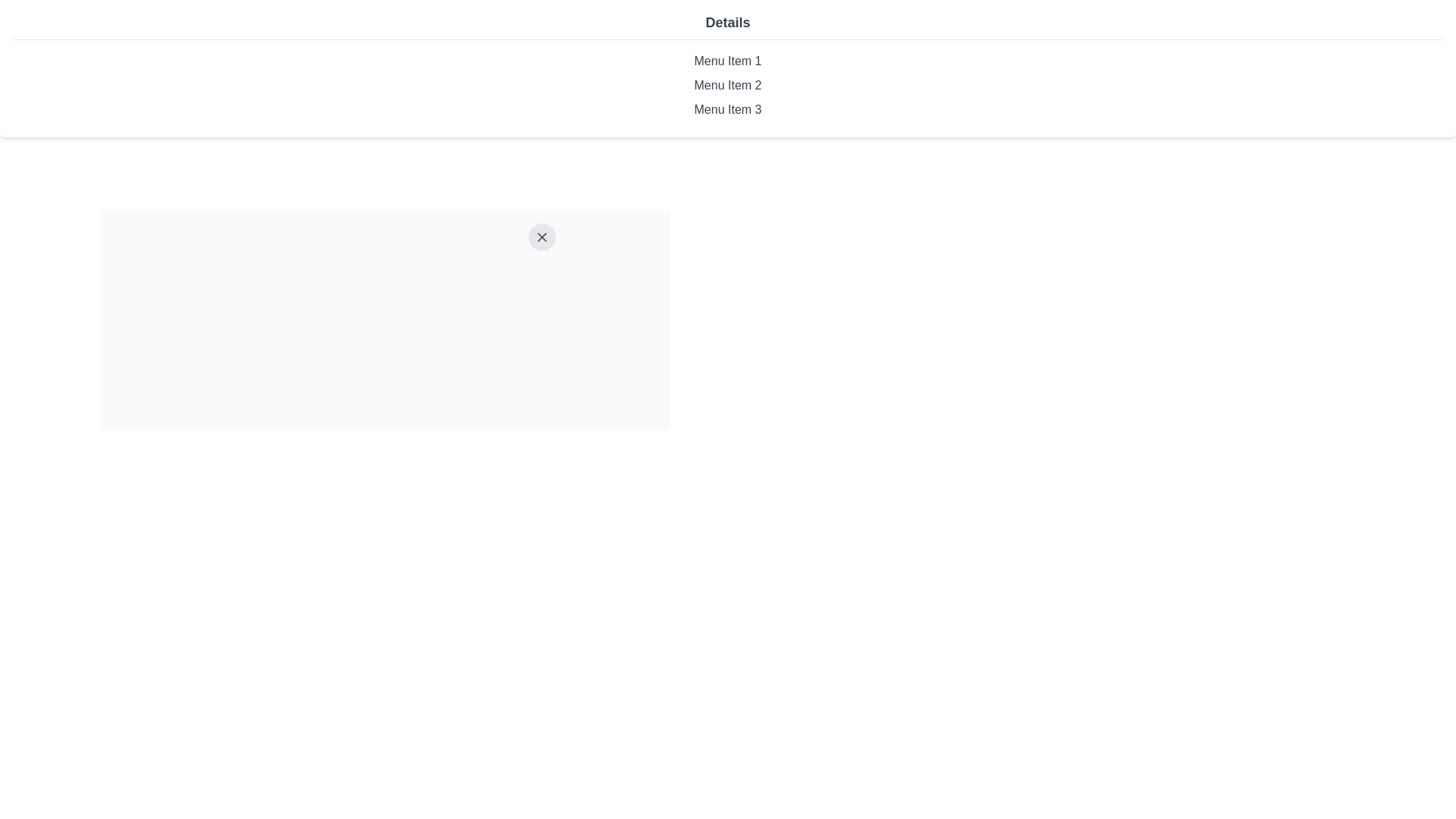  Describe the element at coordinates (541, 237) in the screenshot. I see `the circular button with a light gray background and a black 'X' icon in the top-right corner` at that location.